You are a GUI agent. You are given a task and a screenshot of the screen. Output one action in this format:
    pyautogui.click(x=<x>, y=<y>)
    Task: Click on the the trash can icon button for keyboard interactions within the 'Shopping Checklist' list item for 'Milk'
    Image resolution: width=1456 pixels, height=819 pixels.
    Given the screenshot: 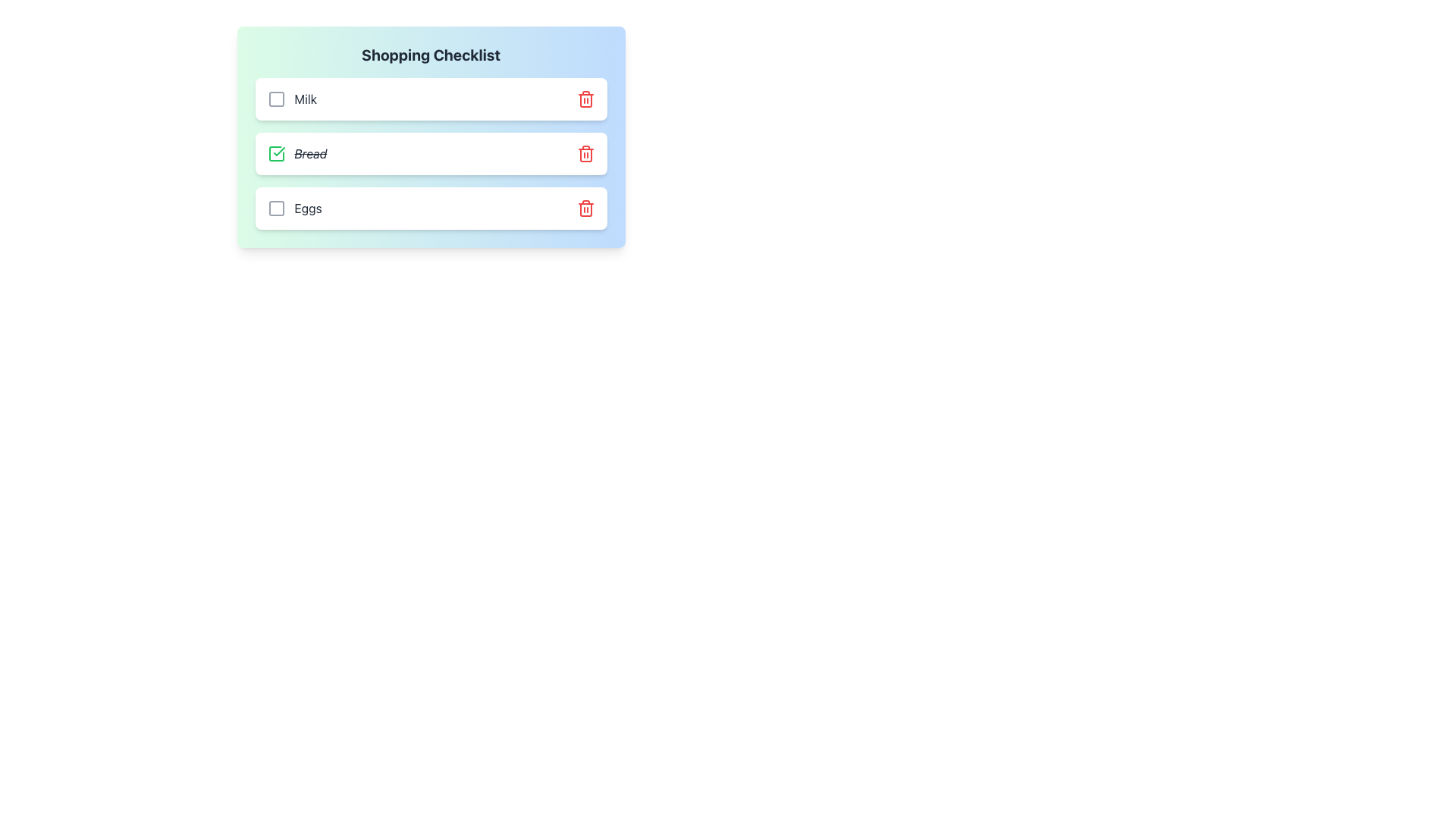 What is the action you would take?
    pyautogui.click(x=585, y=99)
    